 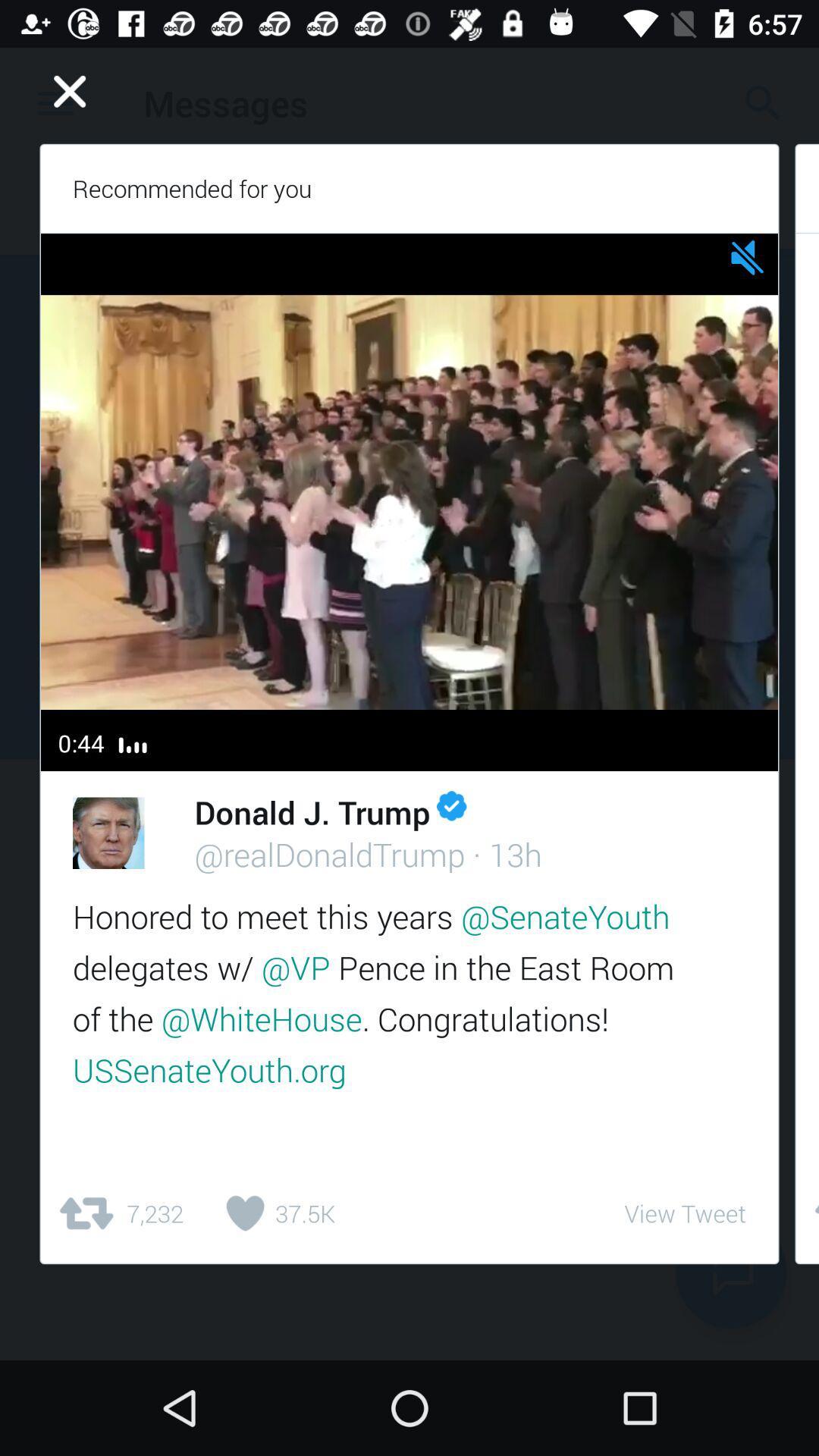 What do you see at coordinates (119, 1213) in the screenshot?
I see `7,232` at bounding box center [119, 1213].